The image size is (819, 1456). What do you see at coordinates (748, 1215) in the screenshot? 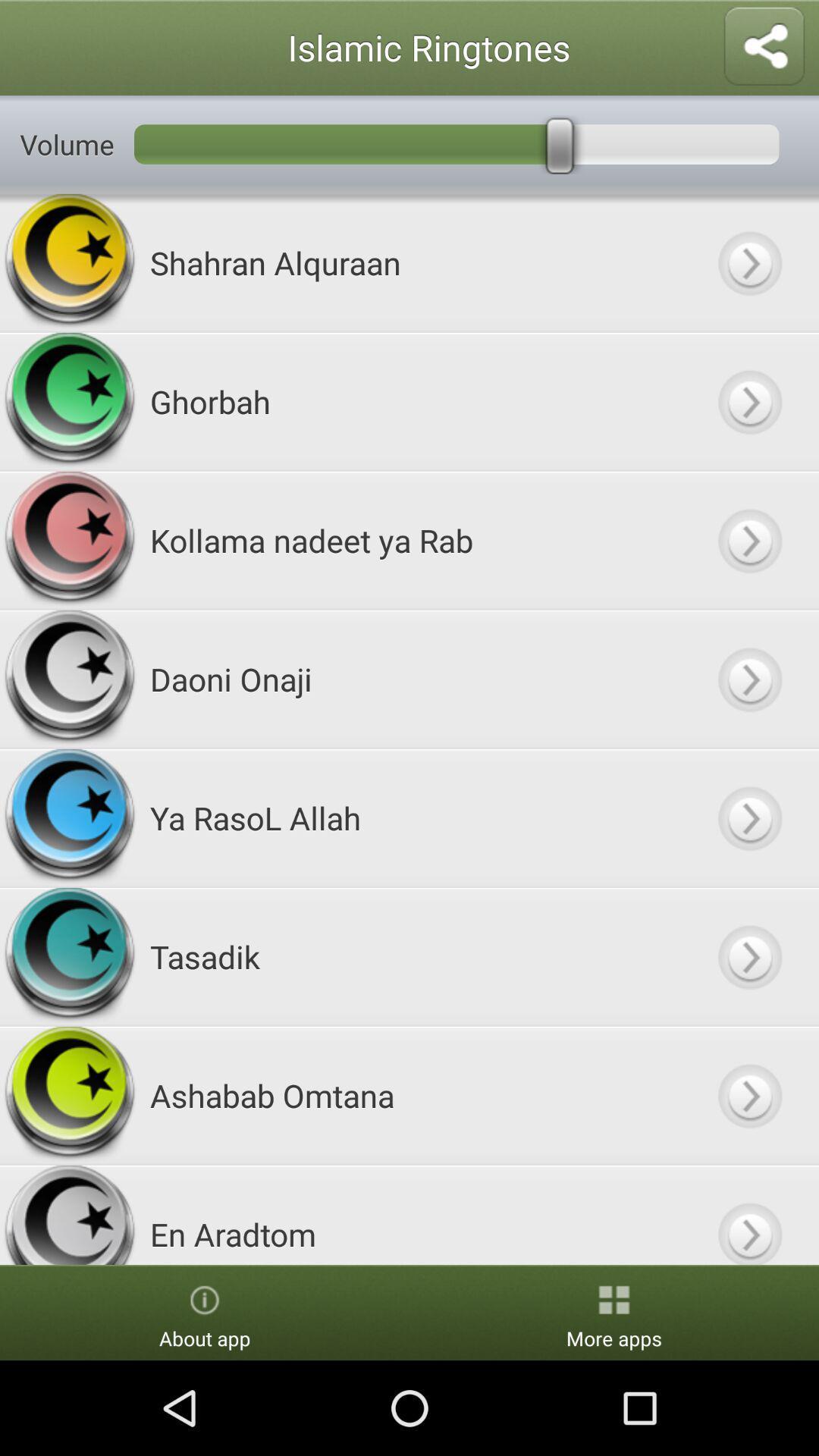
I see `islamic ringtones` at bounding box center [748, 1215].